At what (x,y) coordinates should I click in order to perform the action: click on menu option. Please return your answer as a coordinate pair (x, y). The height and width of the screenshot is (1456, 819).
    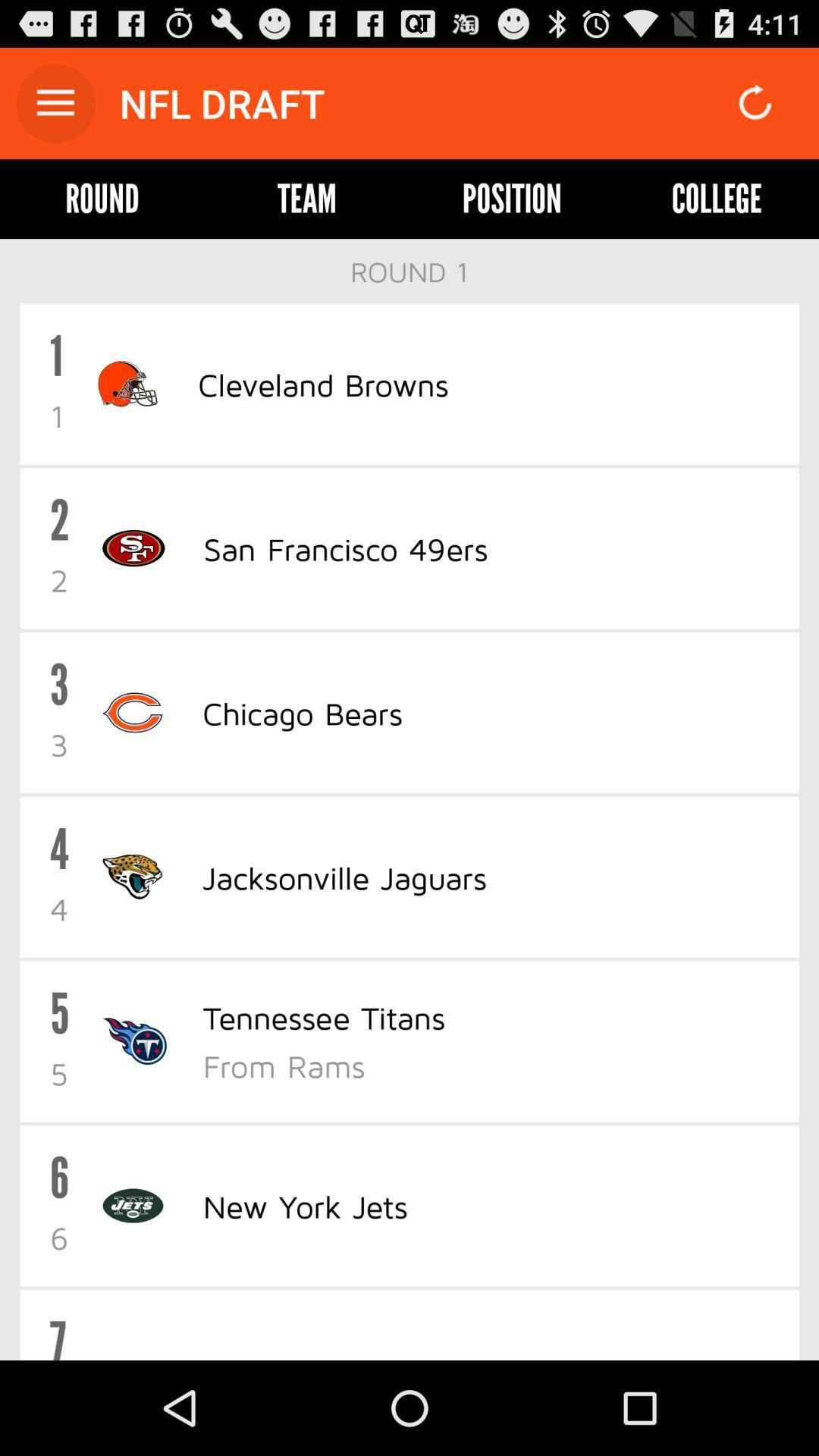
    Looking at the image, I should click on (55, 102).